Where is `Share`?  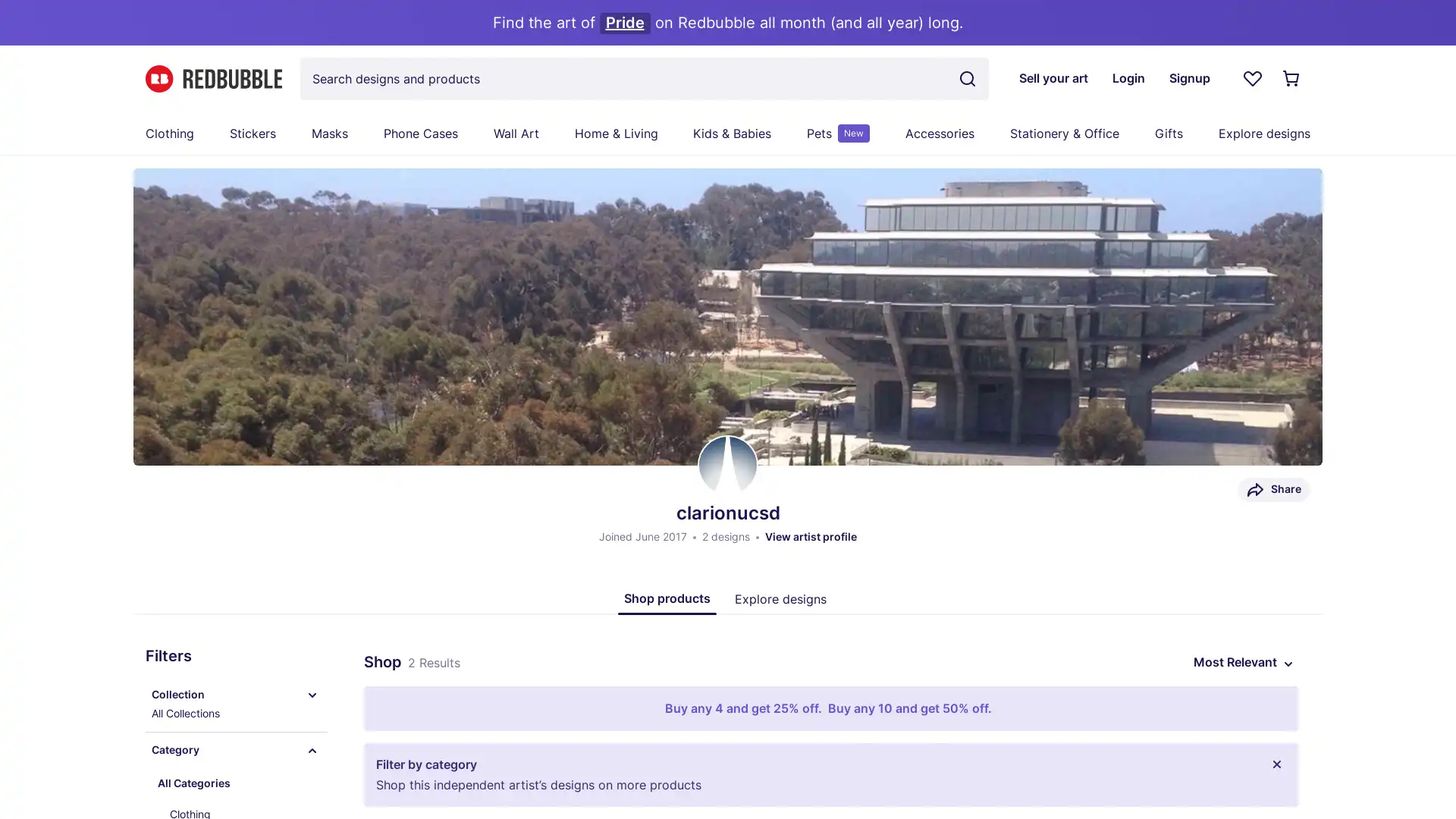 Share is located at coordinates (1274, 489).